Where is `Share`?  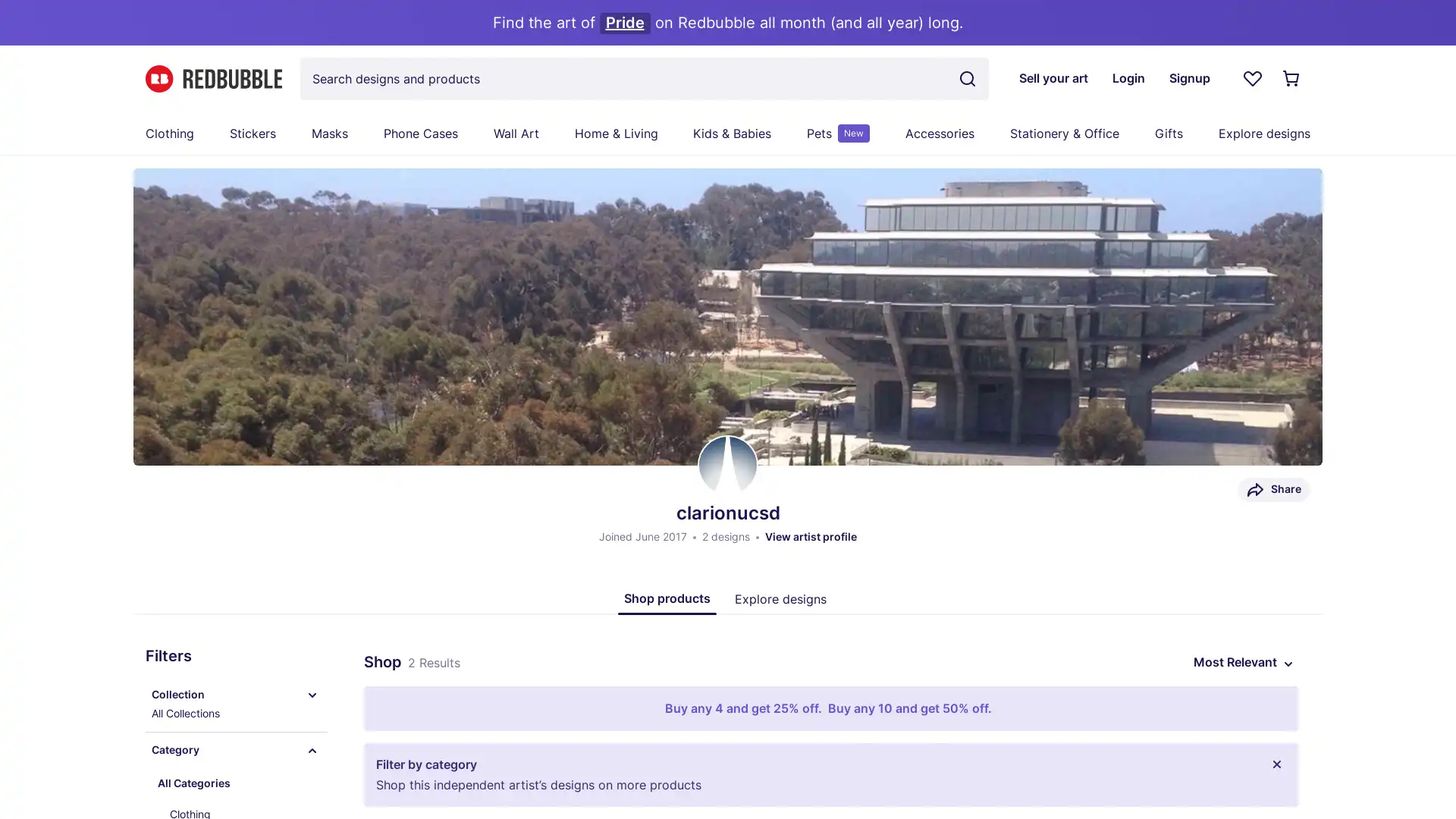 Share is located at coordinates (1274, 489).